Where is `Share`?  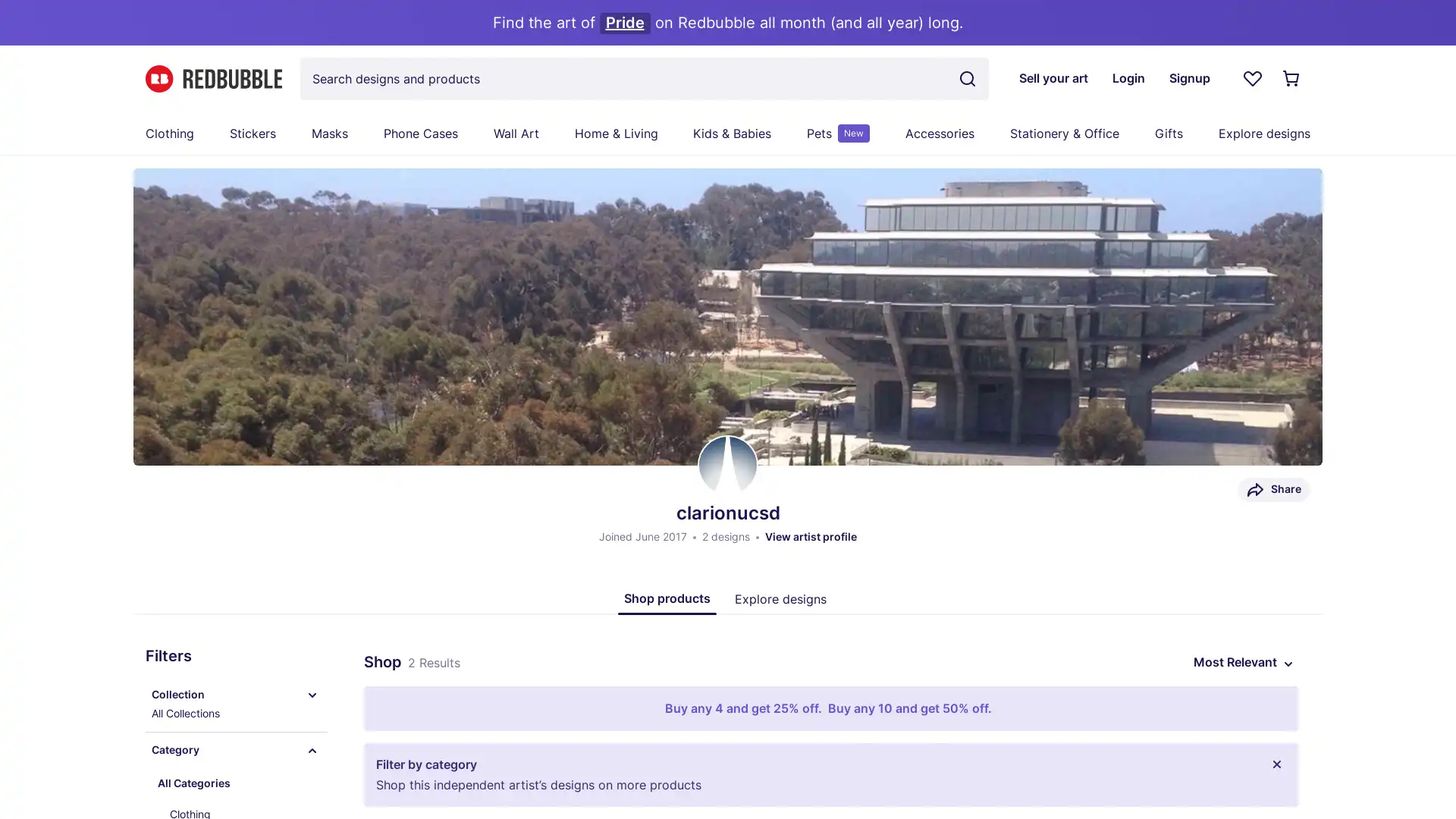 Share is located at coordinates (1274, 489).